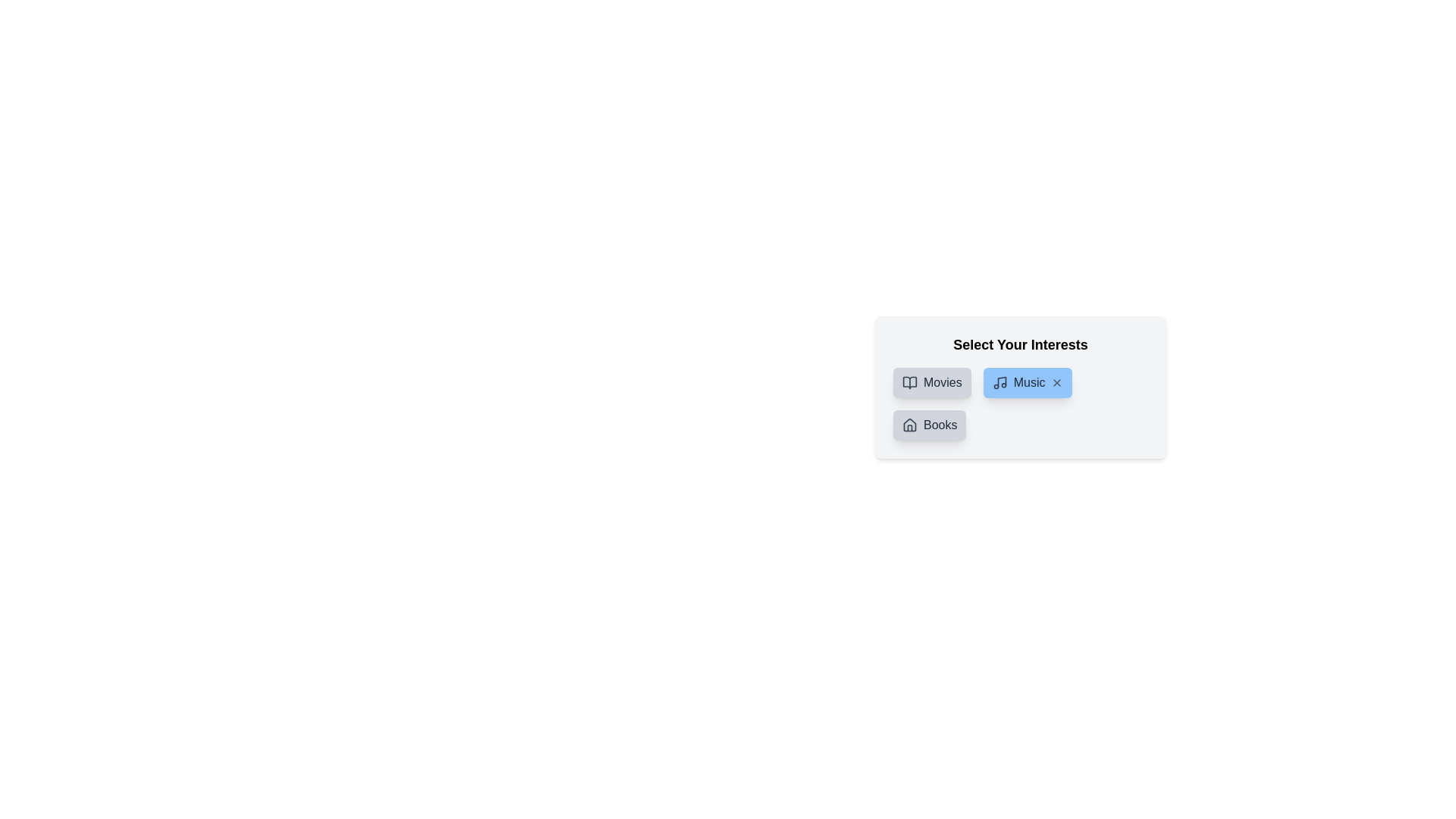 This screenshot has width=1456, height=819. I want to click on the category Books to inspect the color change, so click(928, 425).